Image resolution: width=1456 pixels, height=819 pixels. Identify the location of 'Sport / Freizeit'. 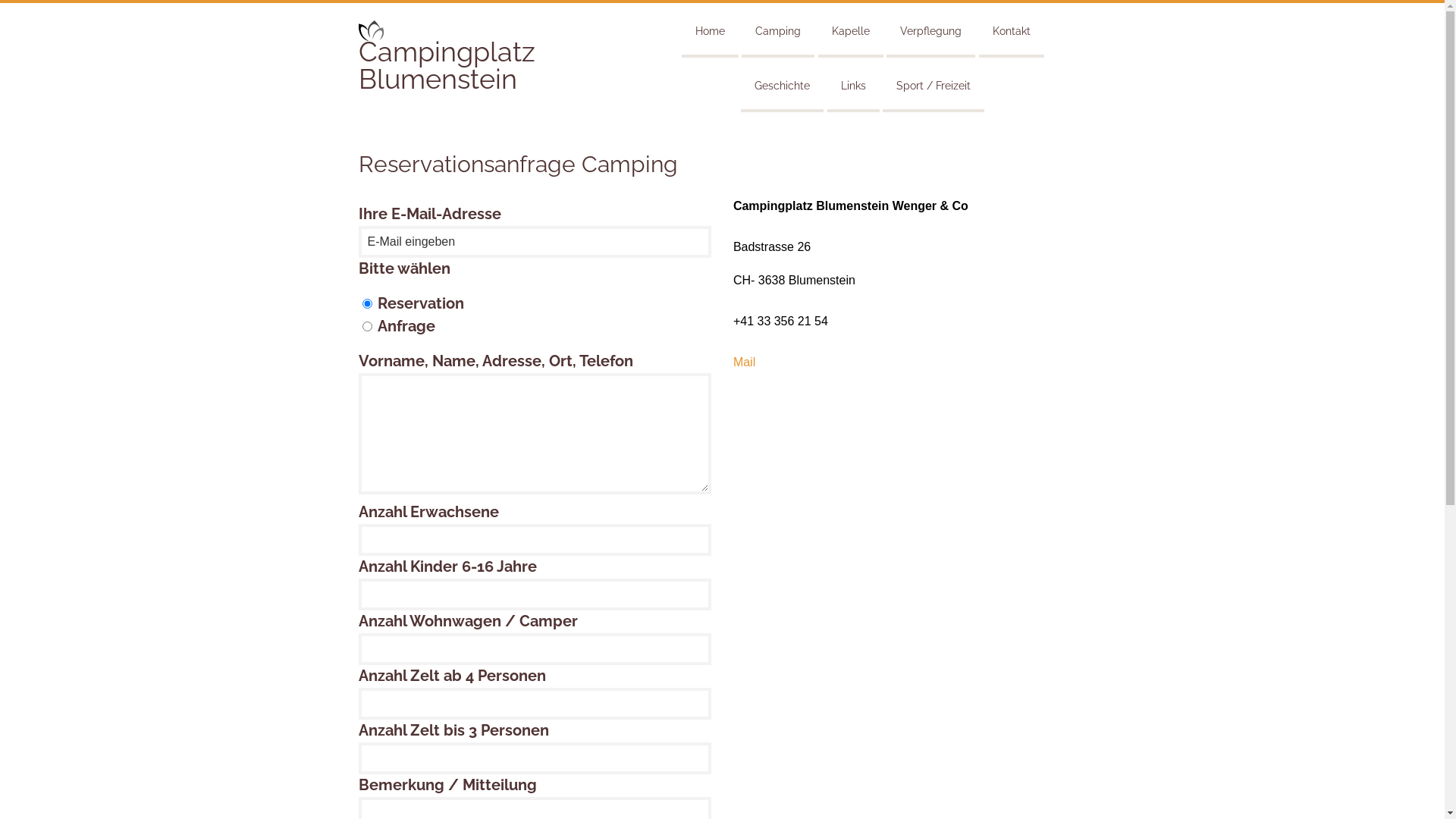
(932, 83).